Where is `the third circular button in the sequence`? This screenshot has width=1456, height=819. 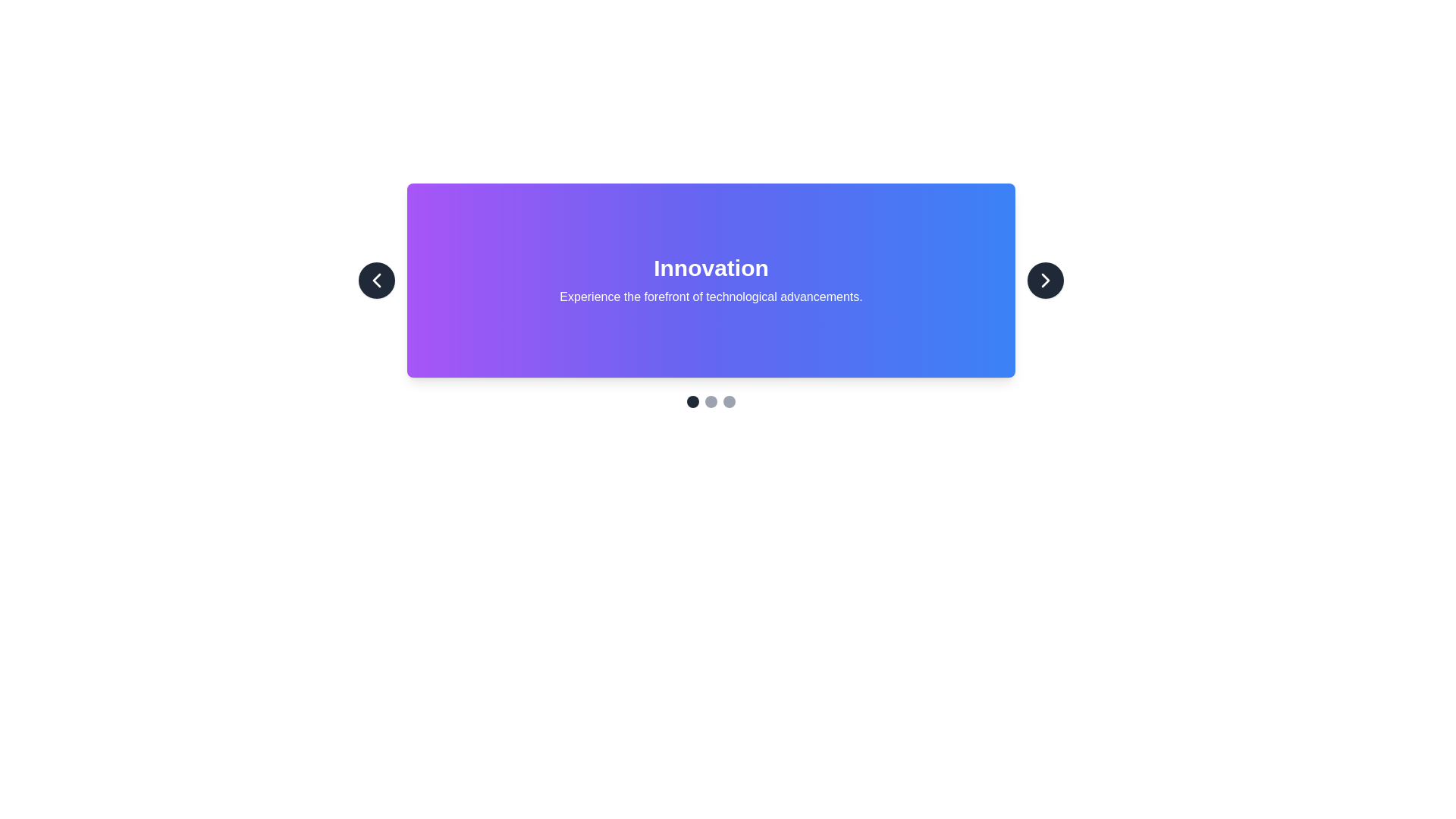
the third circular button in the sequence is located at coordinates (729, 400).